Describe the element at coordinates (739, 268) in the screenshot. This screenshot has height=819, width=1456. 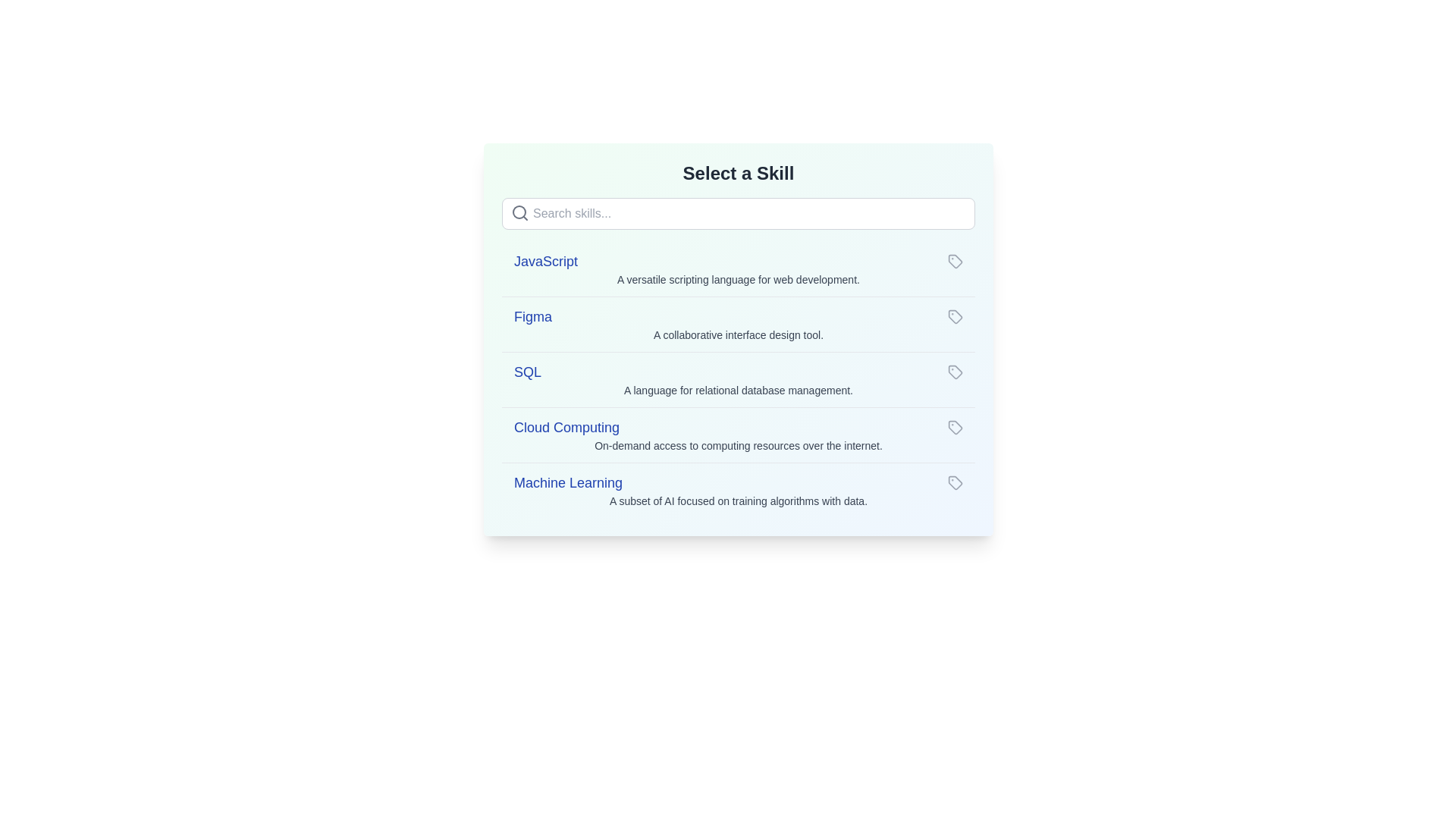
I see `the List item titled 'JavaScript' which includes a bold blue title, a gray description, and a tag icon on the right` at that location.